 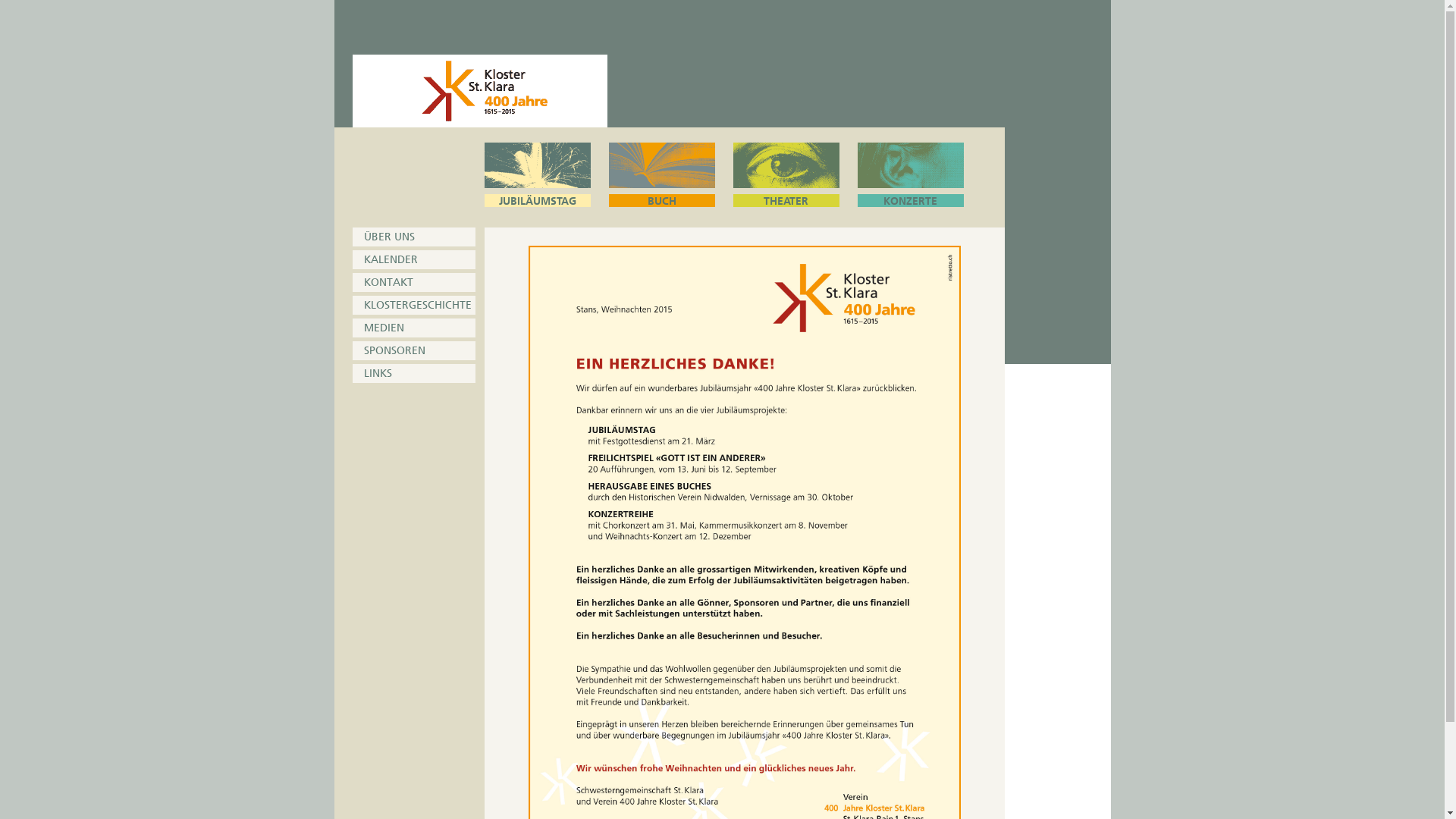 I want to click on 'LINKS', so click(x=413, y=373).